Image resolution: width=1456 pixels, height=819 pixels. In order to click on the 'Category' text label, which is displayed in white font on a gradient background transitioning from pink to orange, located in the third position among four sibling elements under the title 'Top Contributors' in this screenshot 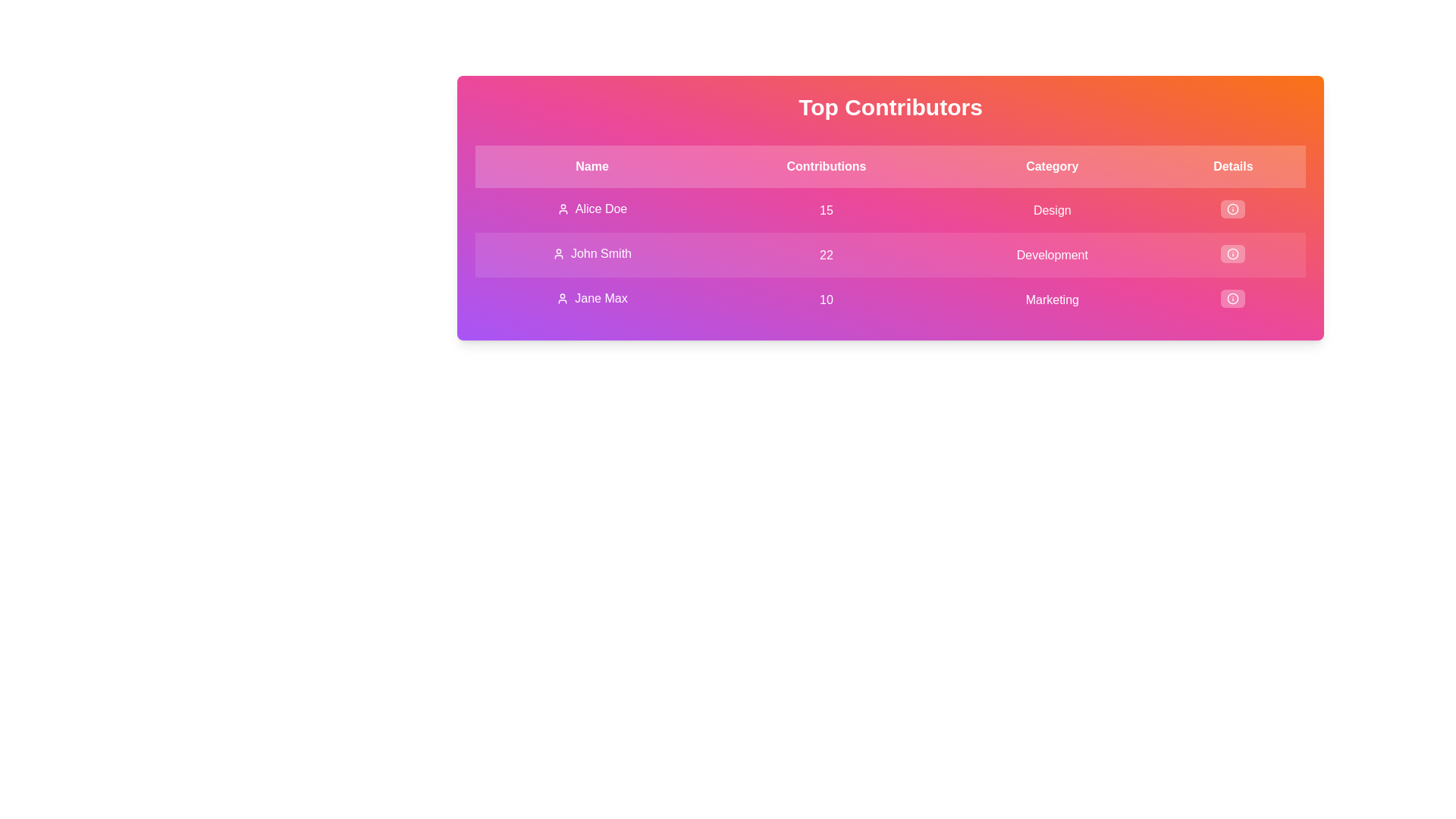, I will do `click(1051, 166)`.